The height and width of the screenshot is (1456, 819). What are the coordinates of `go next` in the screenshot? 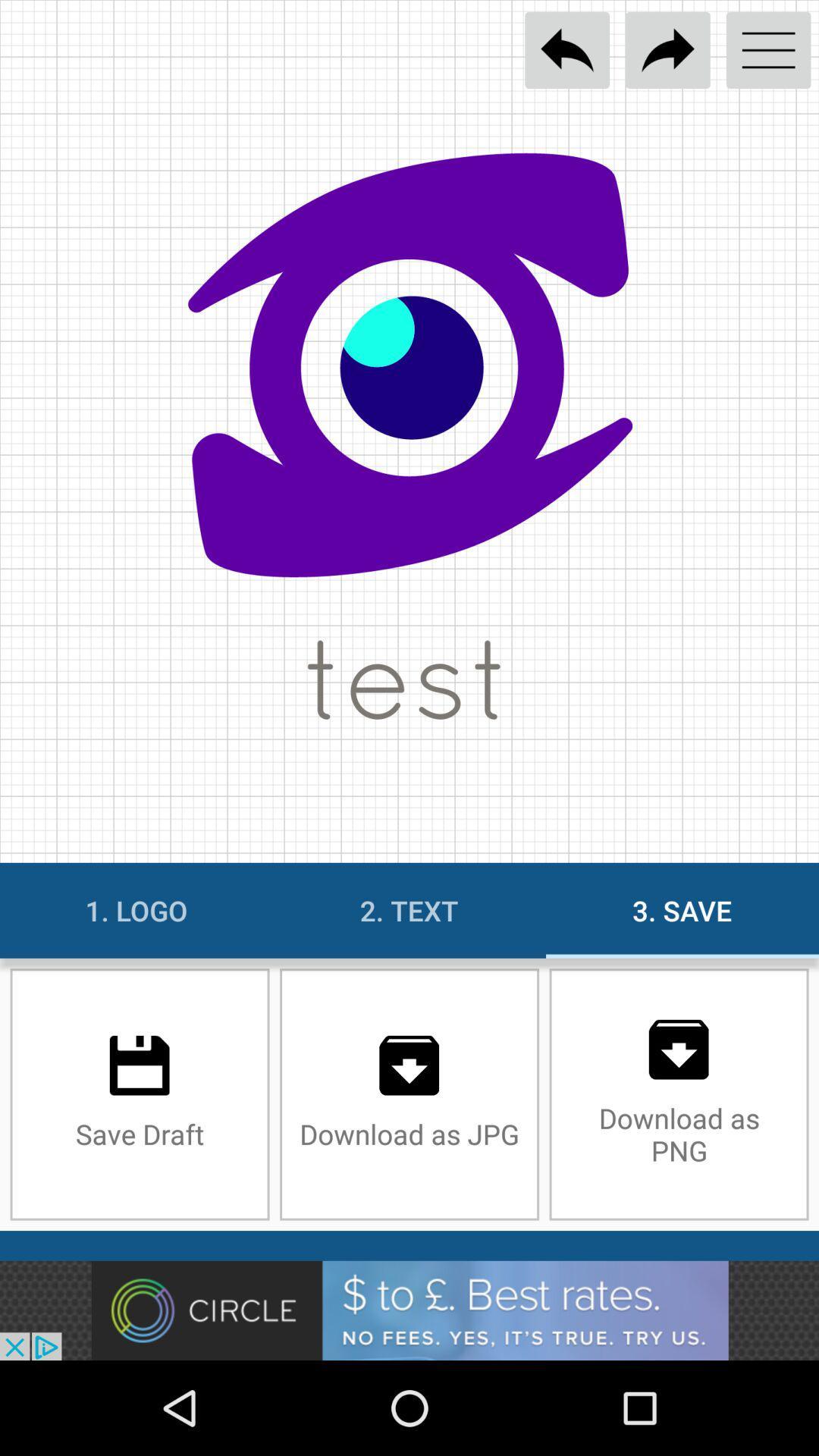 It's located at (667, 50).